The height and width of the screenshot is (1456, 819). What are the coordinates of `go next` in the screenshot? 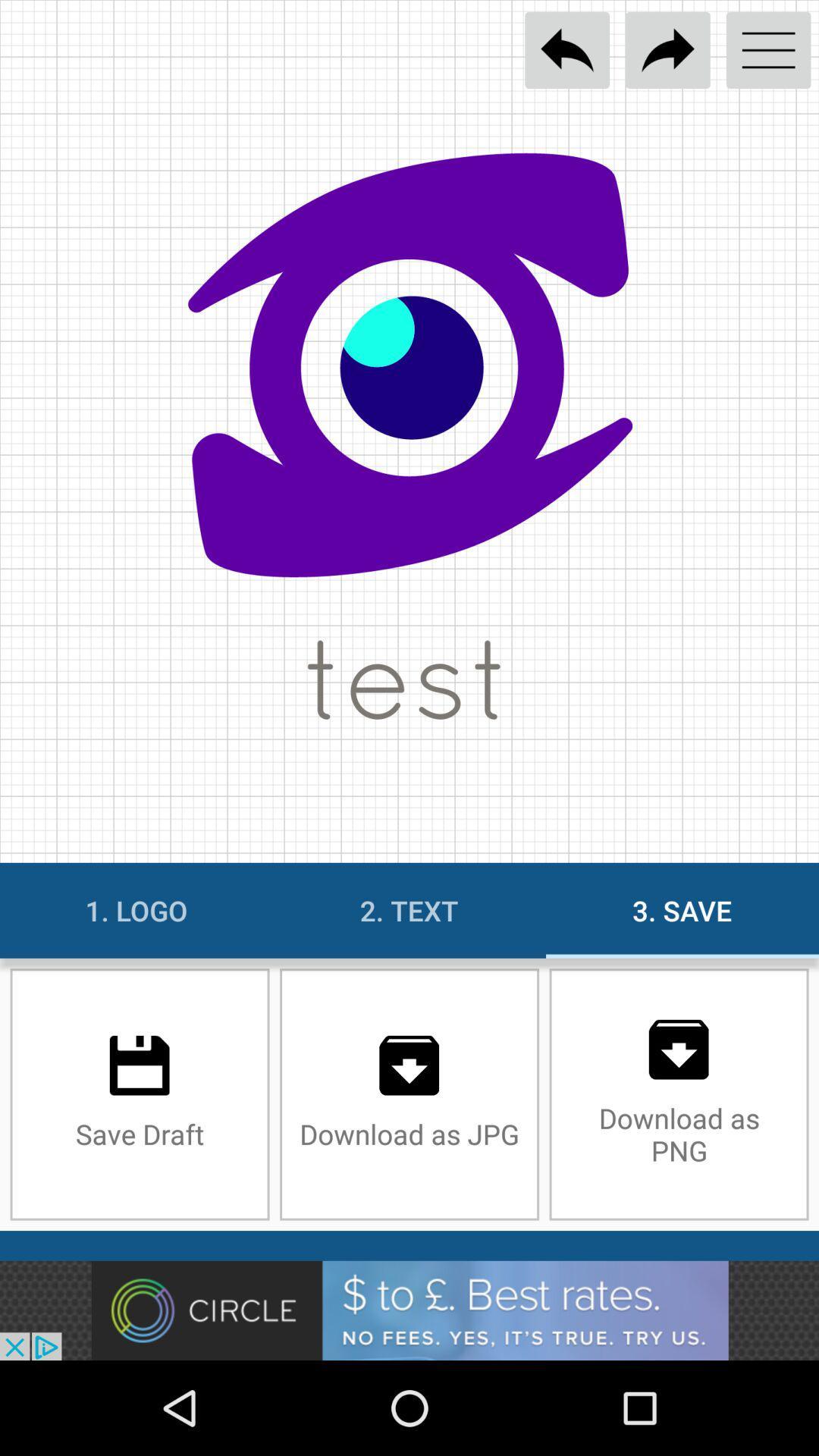 It's located at (667, 50).